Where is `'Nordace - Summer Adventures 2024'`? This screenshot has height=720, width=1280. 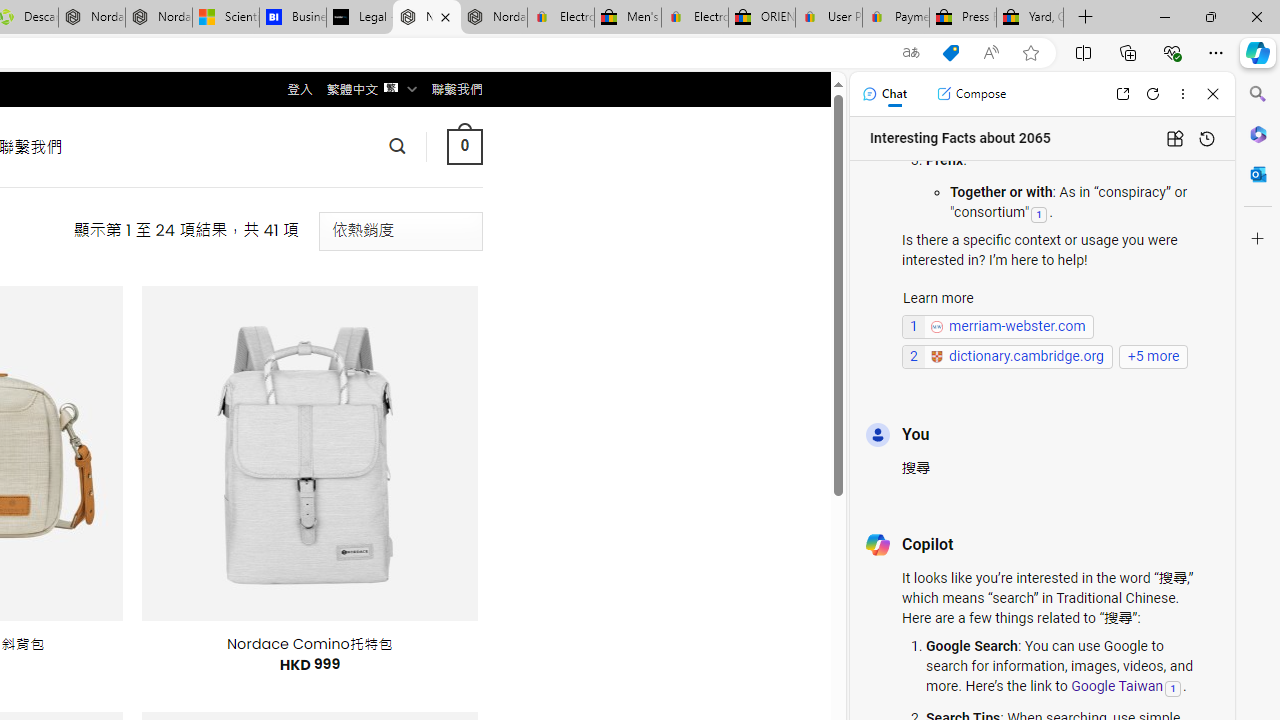
'Nordace - Summer Adventures 2024' is located at coordinates (91, 17).